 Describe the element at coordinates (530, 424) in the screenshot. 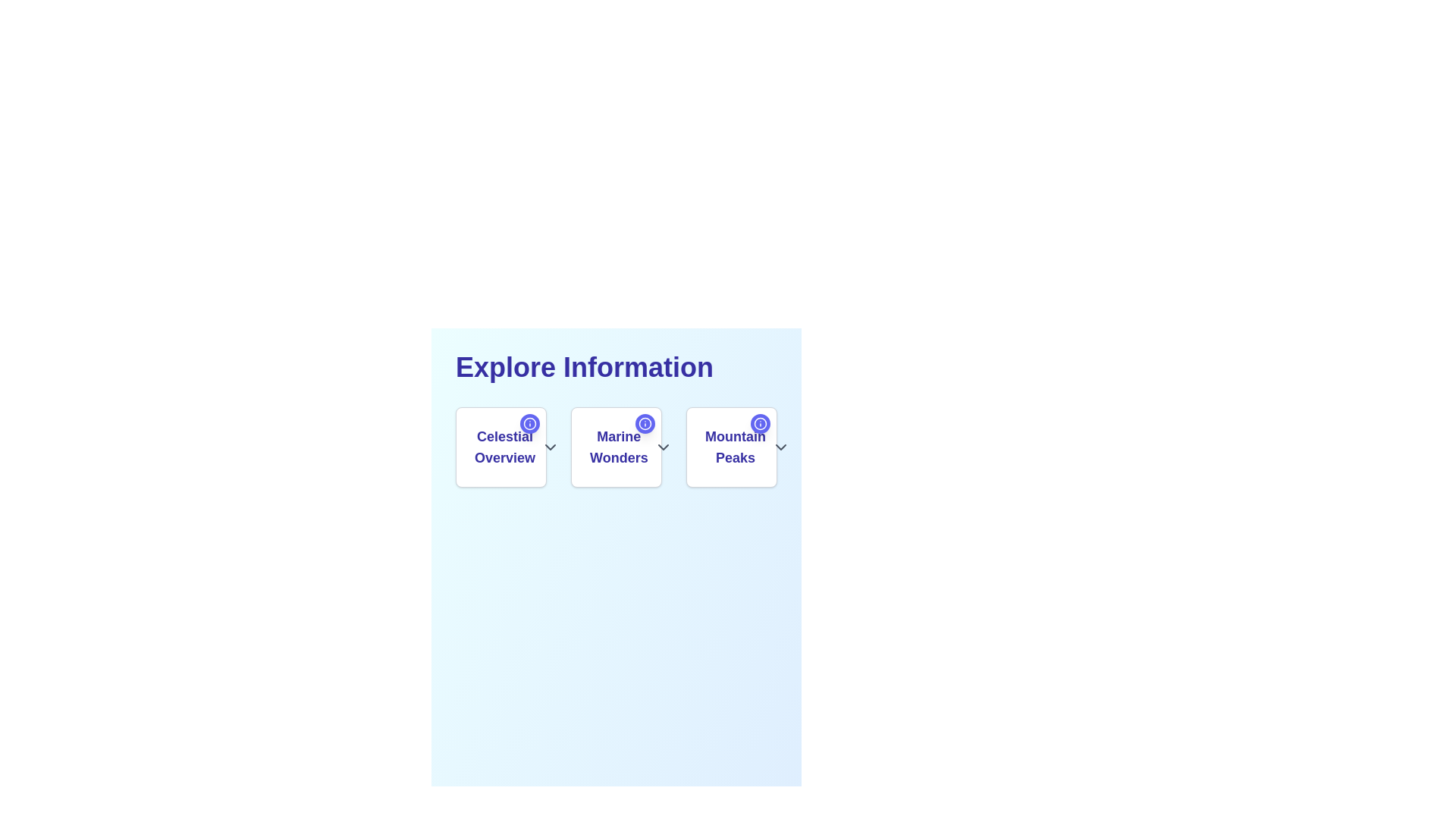

I see `the information icon located at the top-right corner of the 'Celestial Overview' card` at that location.